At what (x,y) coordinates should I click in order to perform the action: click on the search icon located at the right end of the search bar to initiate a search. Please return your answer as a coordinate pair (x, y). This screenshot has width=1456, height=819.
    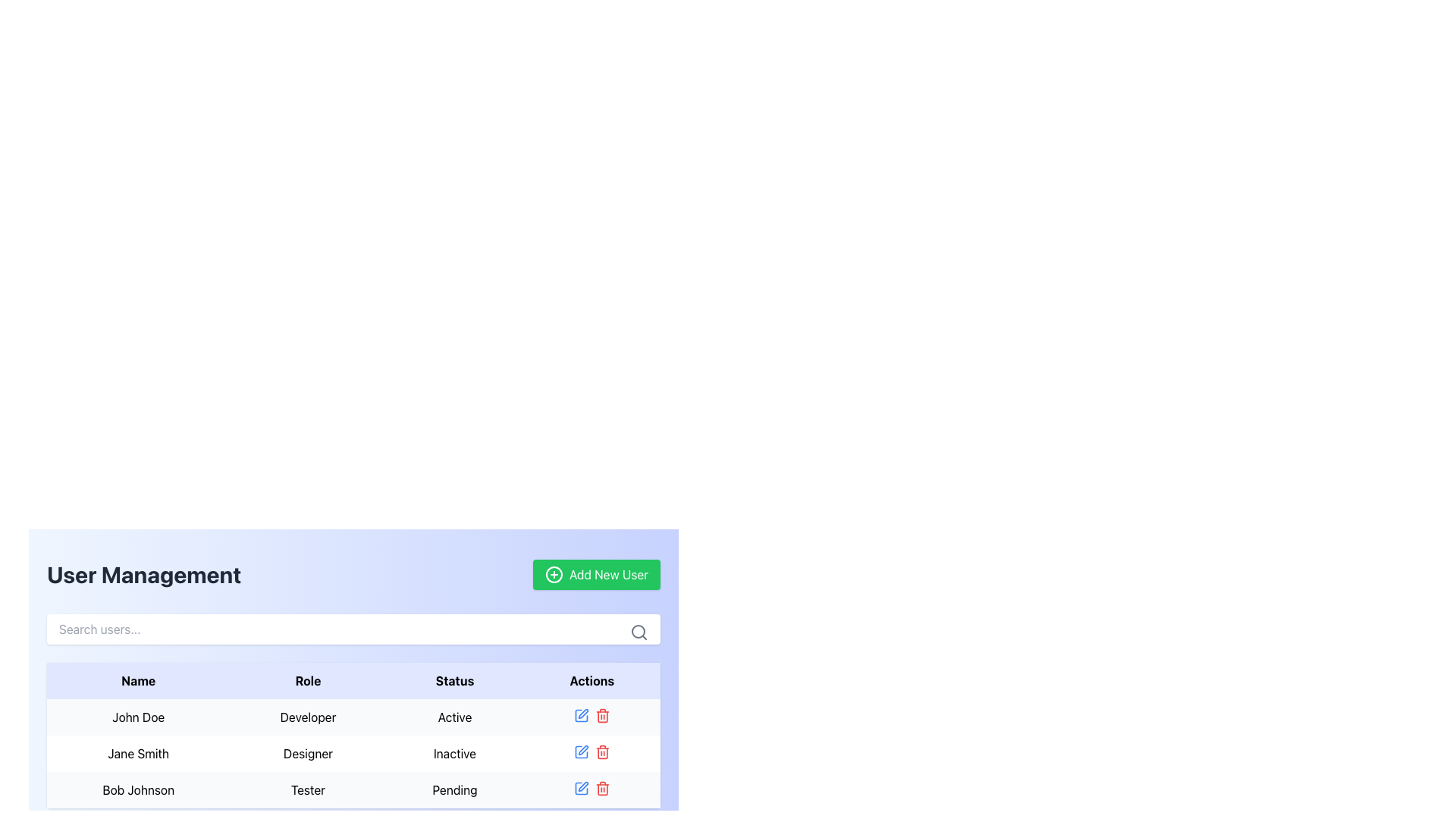
    Looking at the image, I should click on (639, 632).